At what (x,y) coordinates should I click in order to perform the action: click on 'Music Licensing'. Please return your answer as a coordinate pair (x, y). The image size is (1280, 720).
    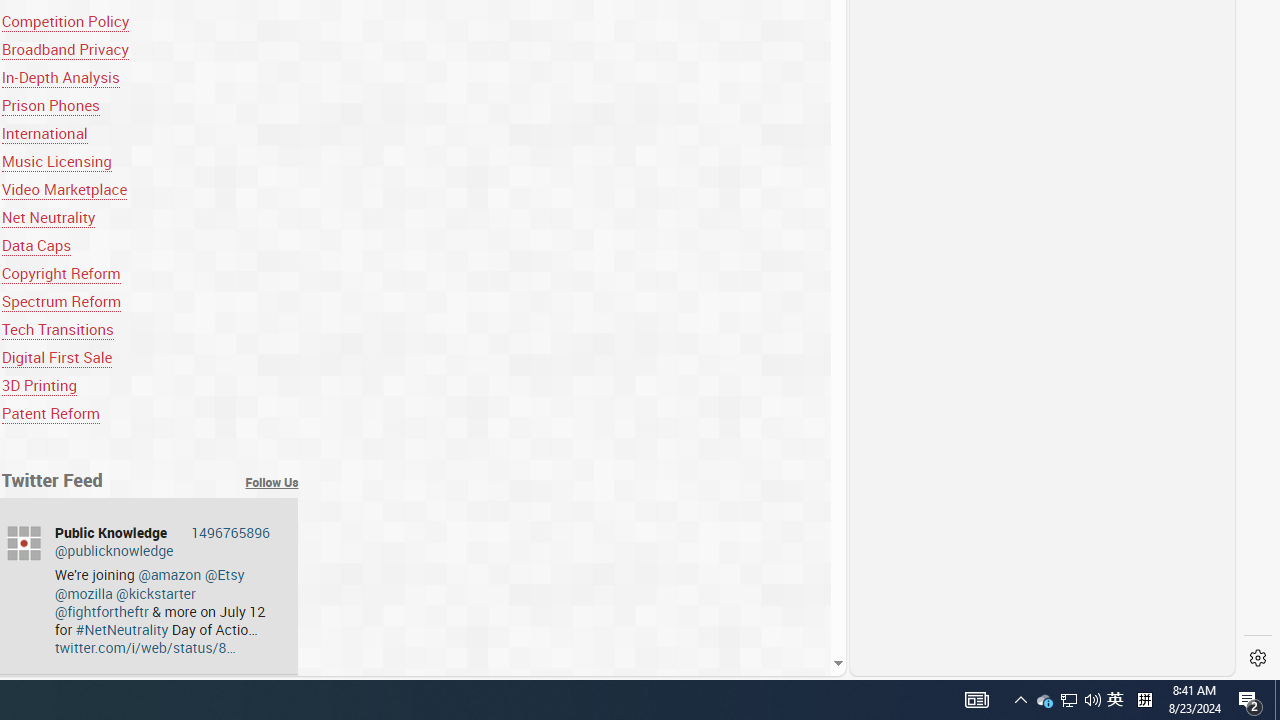
    Looking at the image, I should click on (56, 160).